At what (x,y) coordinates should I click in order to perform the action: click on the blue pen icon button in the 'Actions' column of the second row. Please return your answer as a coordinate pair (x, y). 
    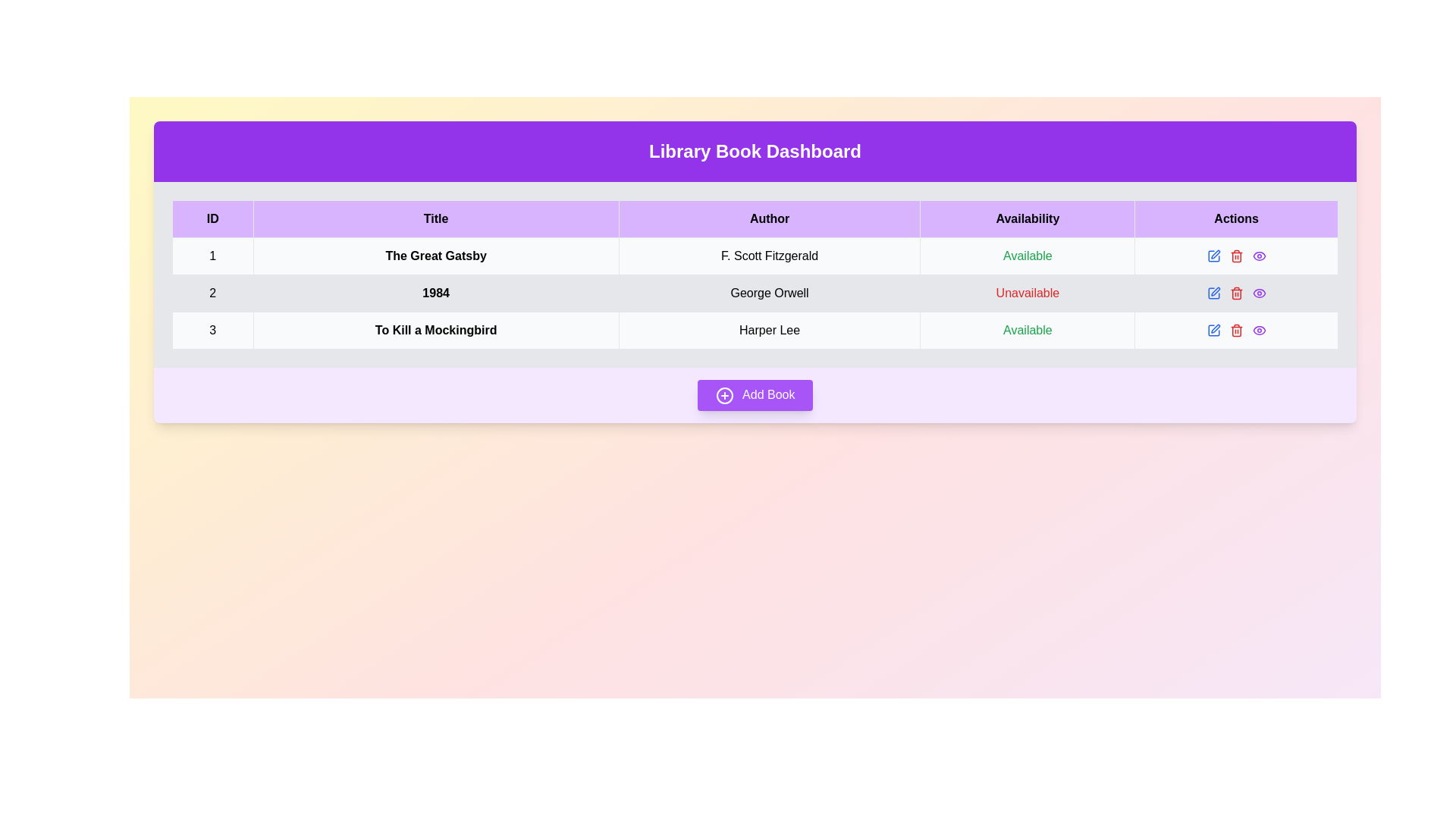
    Looking at the image, I should click on (1213, 256).